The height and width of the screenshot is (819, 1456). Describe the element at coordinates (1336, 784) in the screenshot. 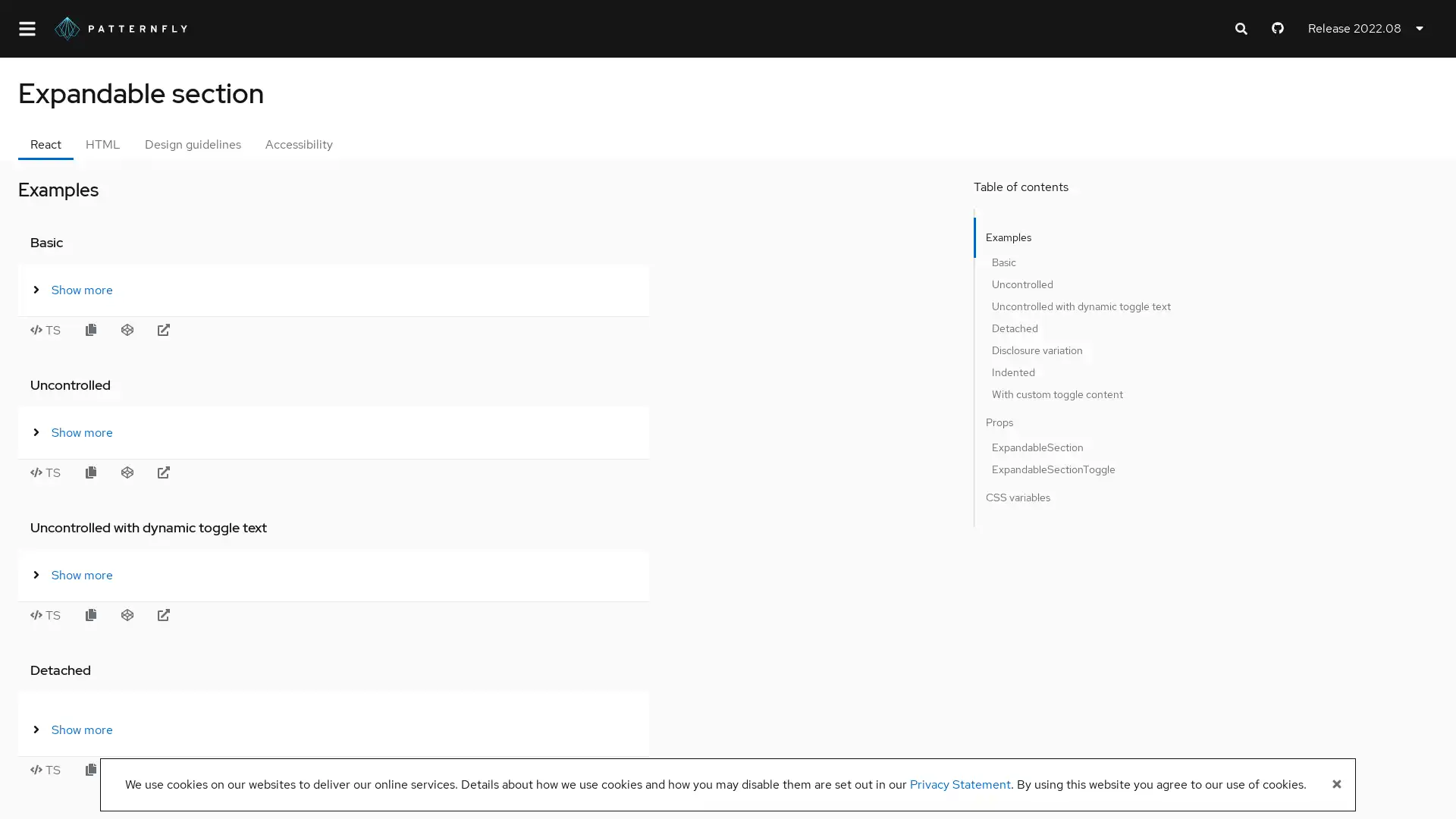

I see `Close banner` at that location.